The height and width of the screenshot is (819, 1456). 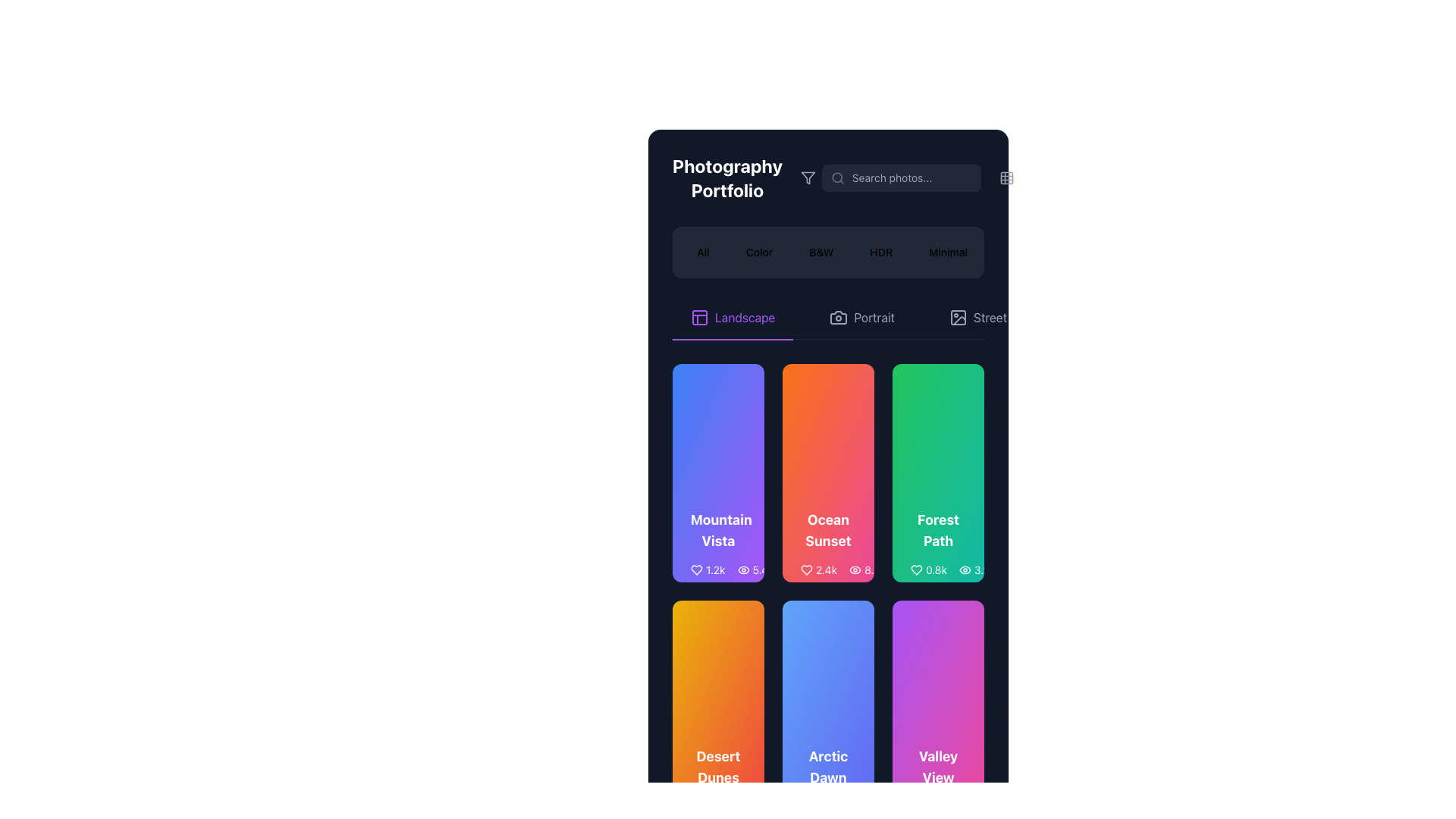 I want to click on the text label that serves as the title or identifier for the card, located in the top-left position of a grid layout, so click(x=717, y=529).